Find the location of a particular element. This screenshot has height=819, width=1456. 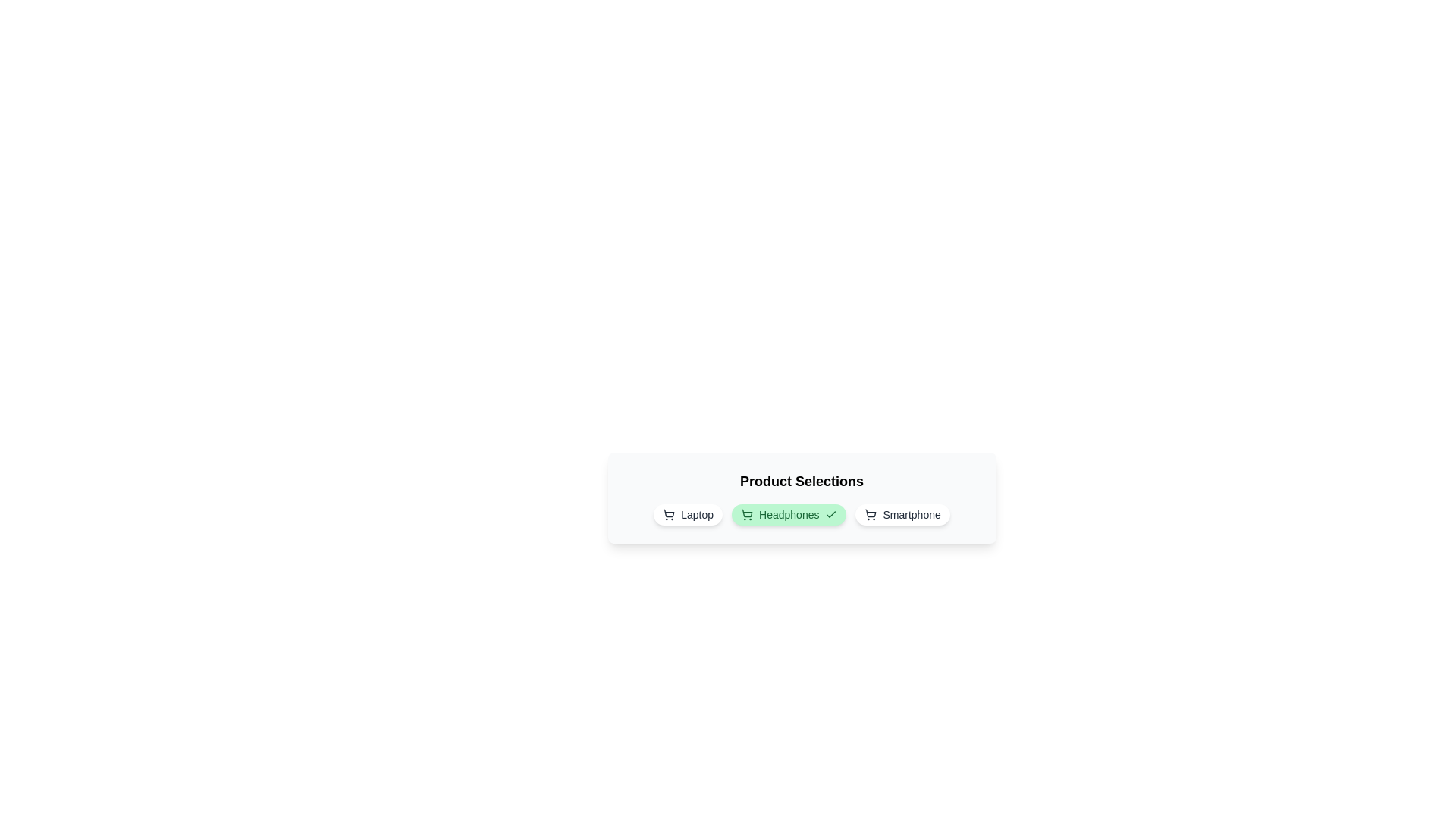

the product chip labeled Headphones is located at coordinates (789, 513).